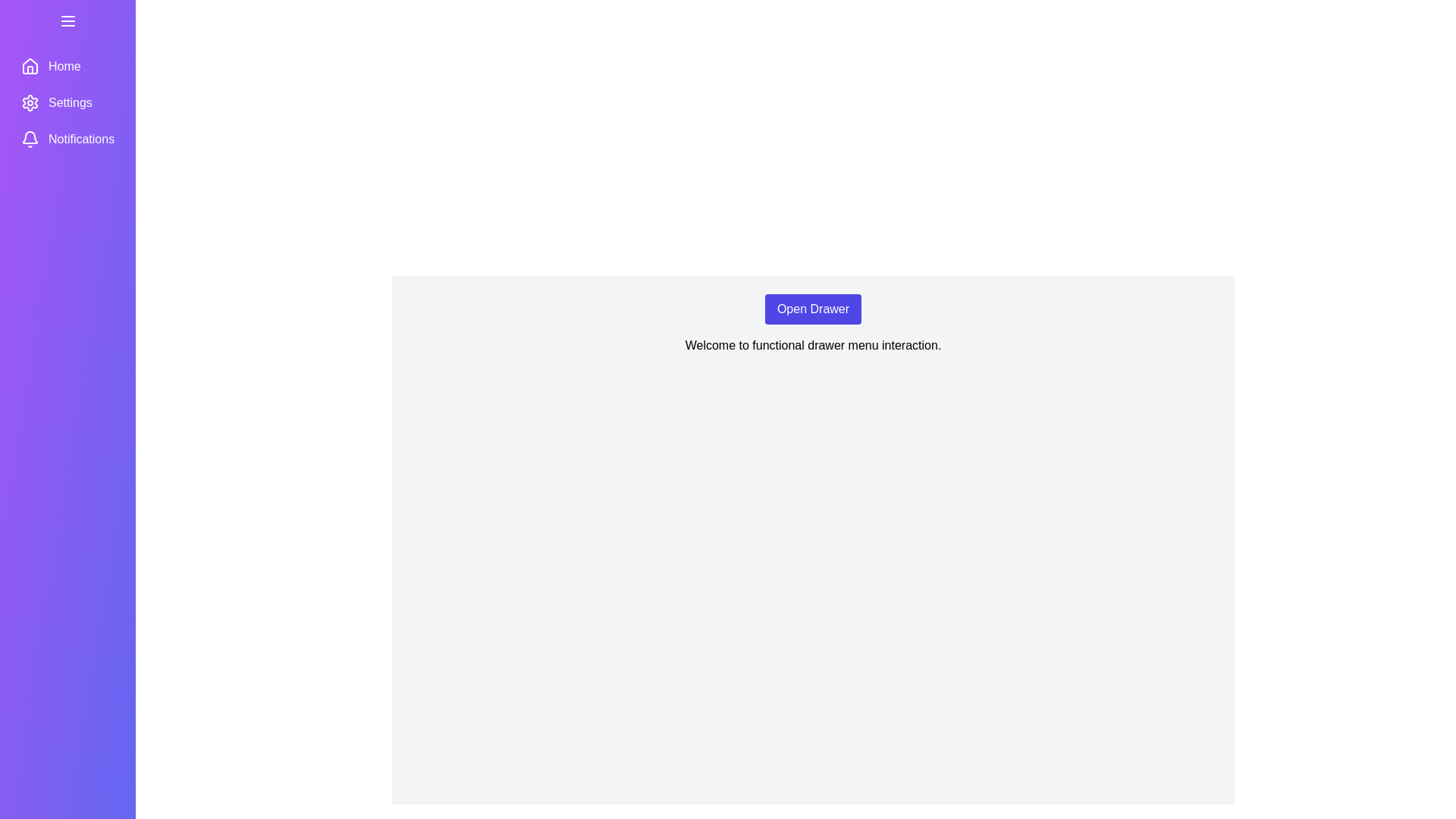 Image resolution: width=1456 pixels, height=819 pixels. What do you see at coordinates (67, 20) in the screenshot?
I see `menu icon button at the top-left corner to toggle the drawer's visibility` at bounding box center [67, 20].